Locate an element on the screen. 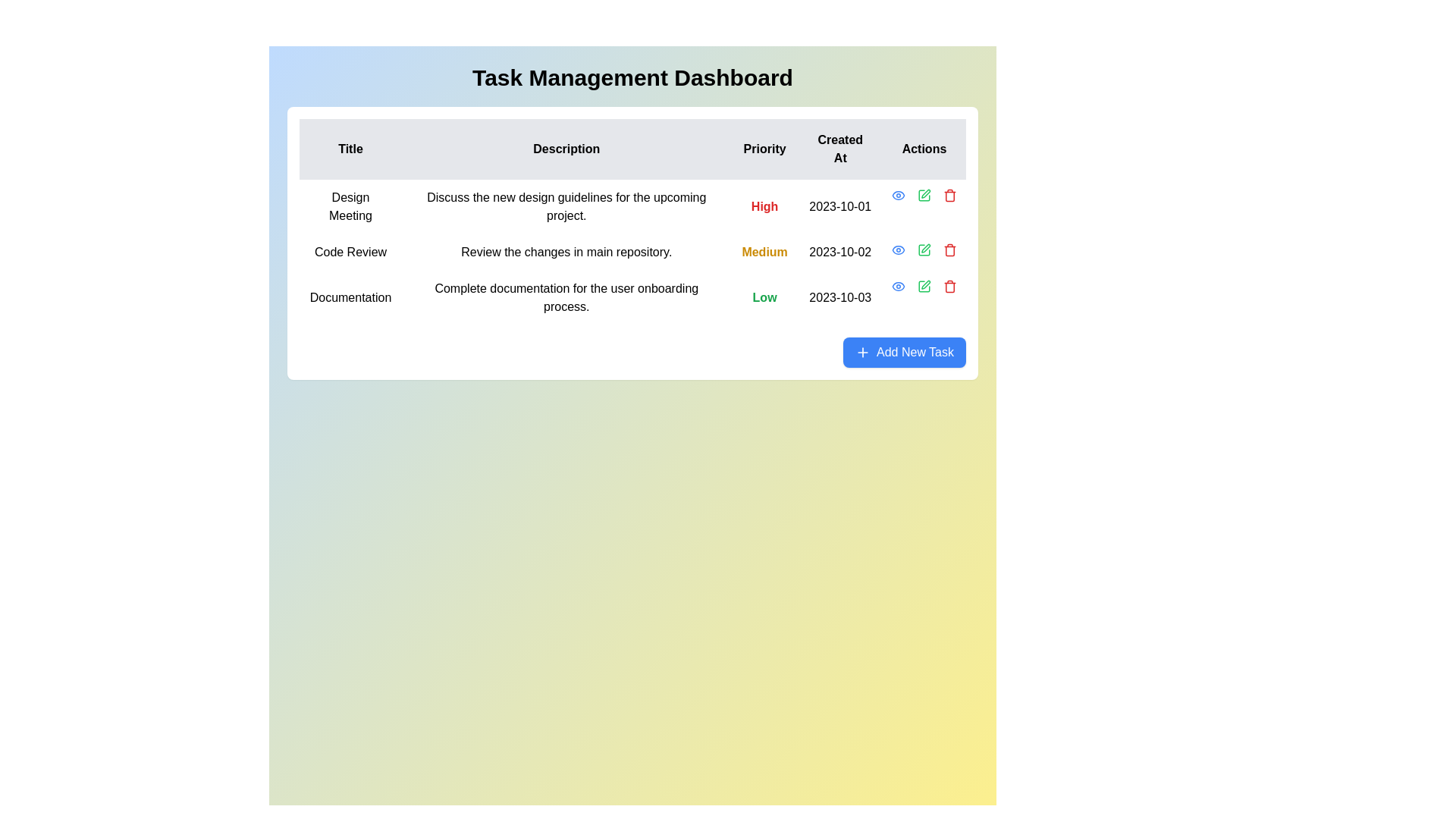 Image resolution: width=1456 pixels, height=819 pixels. the 'View Details' button in the 'Actions' column of the second row for the 'Code Review' task to observe the hover effect is located at coordinates (899, 249).